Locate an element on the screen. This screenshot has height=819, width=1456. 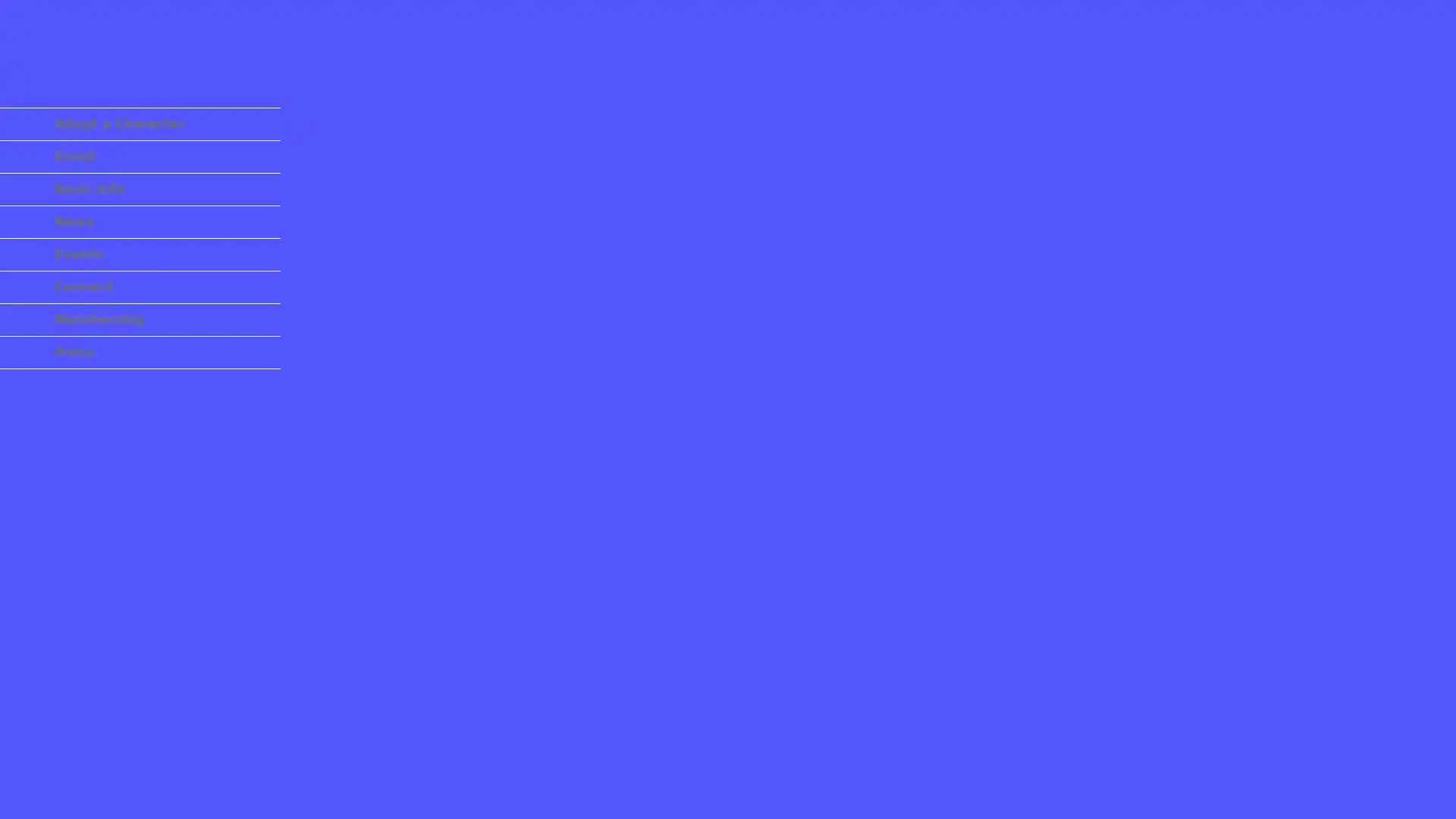
U+25D1 is located at coordinates (808, 292).